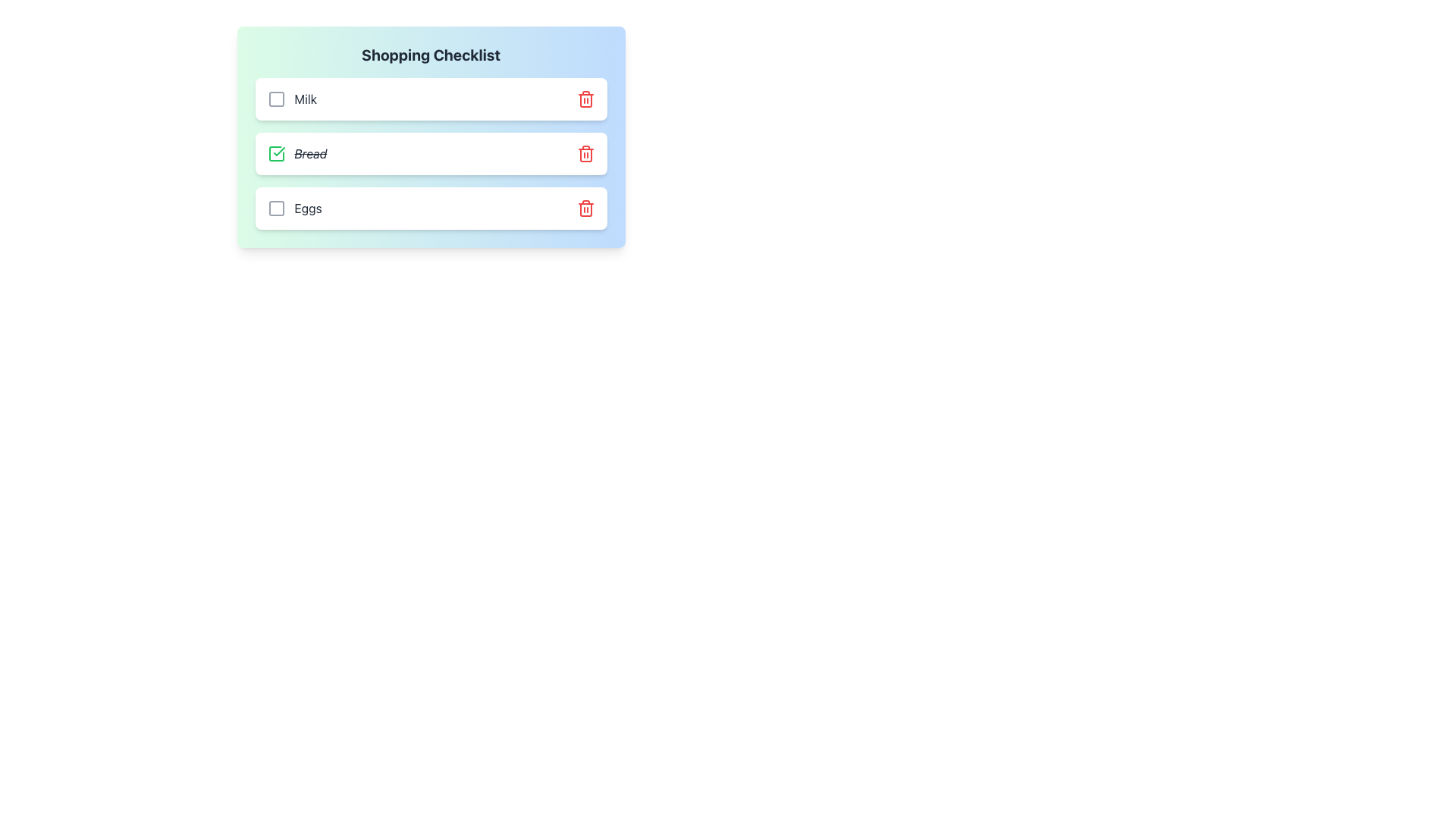  Describe the element at coordinates (276, 208) in the screenshot. I see `the visually distinct rectangular box with rounded corners that is part of the icon adjacent to the text 'Eggs' in the checklist interface` at that location.